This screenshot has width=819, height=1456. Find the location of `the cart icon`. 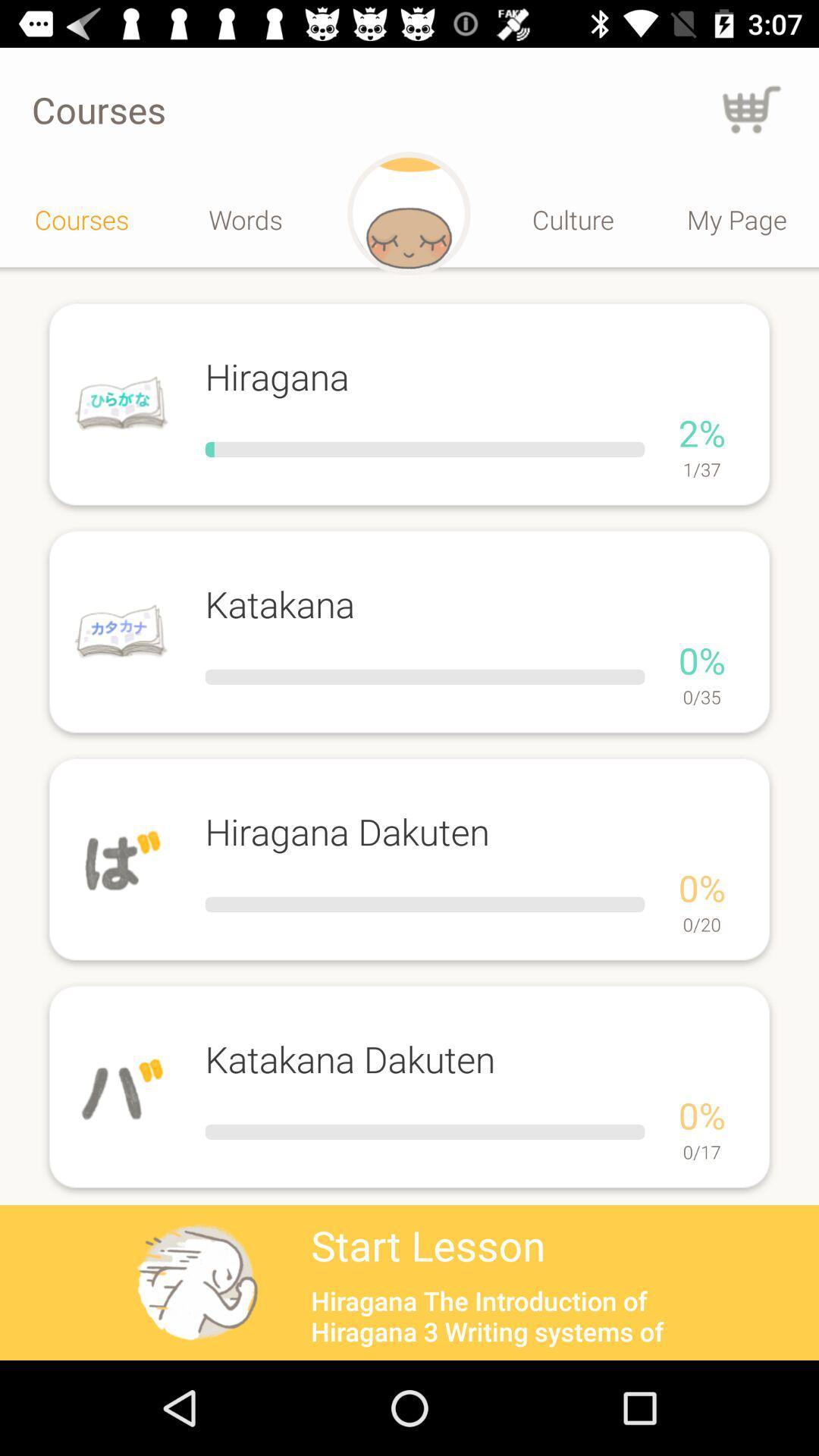

the cart icon is located at coordinates (752, 108).